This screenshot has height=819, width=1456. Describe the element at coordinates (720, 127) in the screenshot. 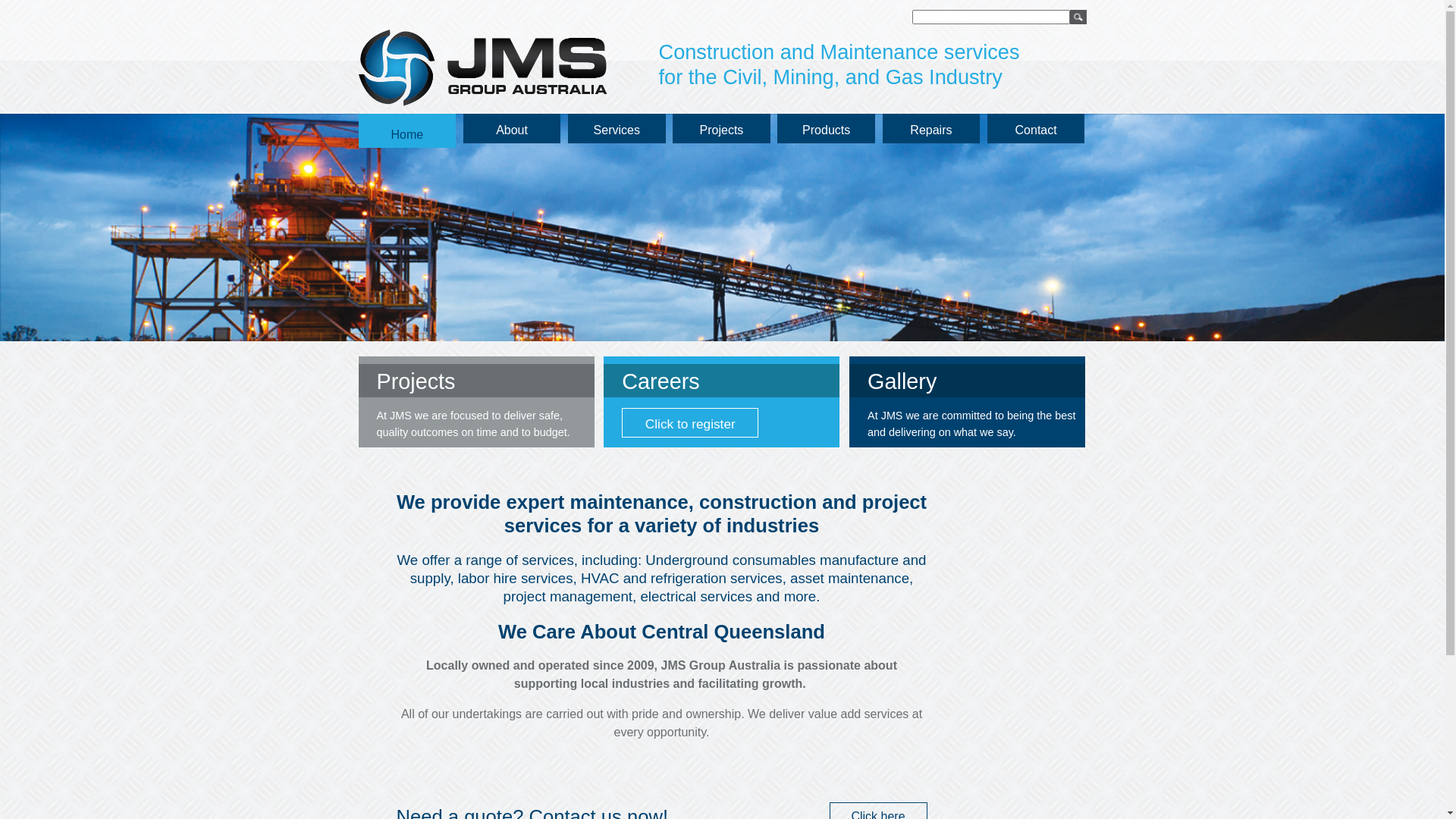

I see `'Projects'` at that location.